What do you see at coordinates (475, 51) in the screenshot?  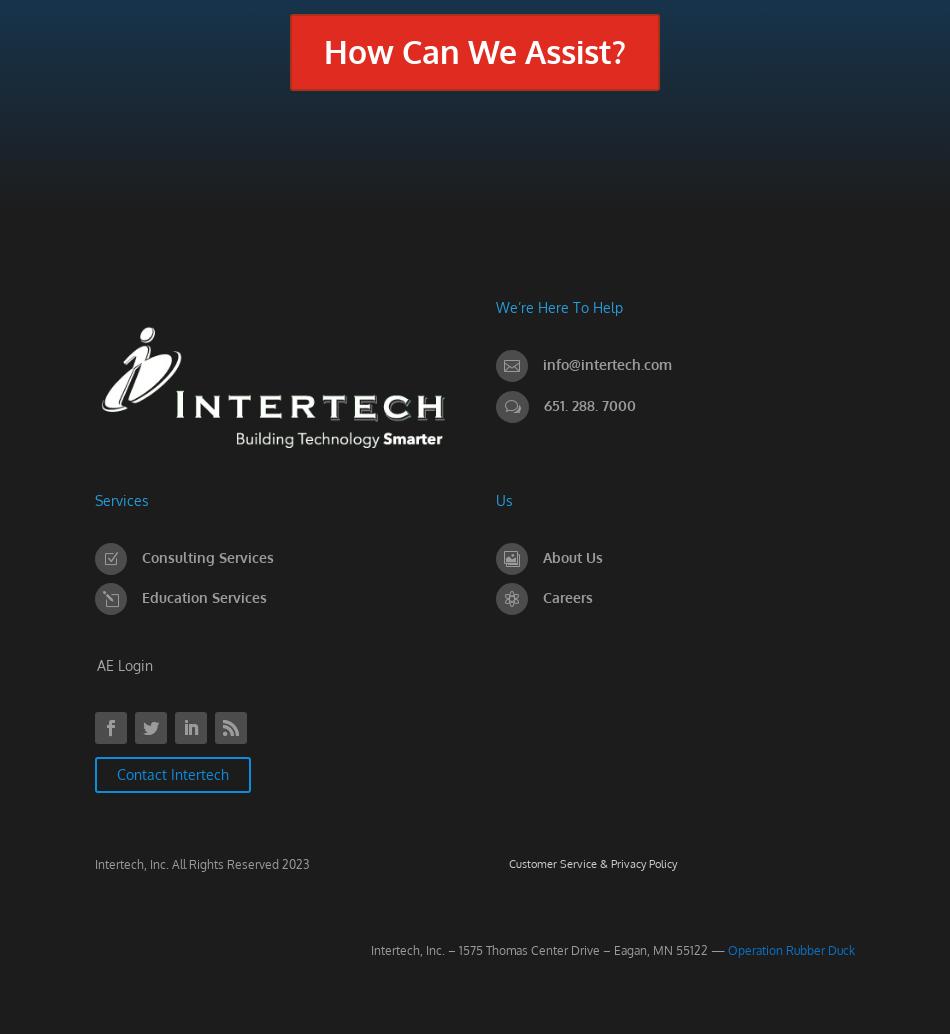 I see `'How Can We Assist?'` at bounding box center [475, 51].